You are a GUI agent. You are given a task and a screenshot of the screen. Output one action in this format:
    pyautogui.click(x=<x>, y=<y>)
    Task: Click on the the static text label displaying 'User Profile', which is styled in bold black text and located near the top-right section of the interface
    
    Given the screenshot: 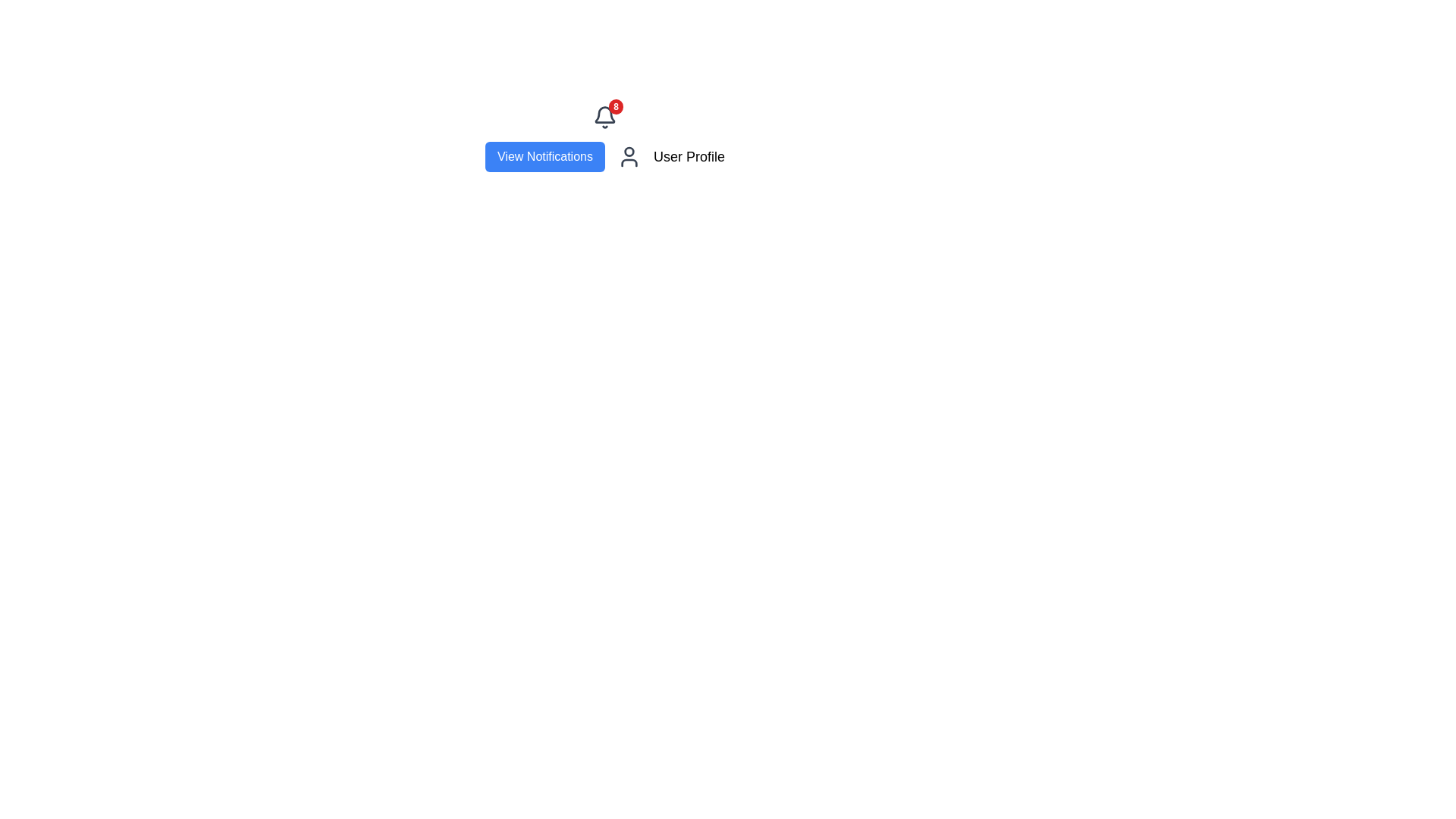 What is the action you would take?
    pyautogui.click(x=688, y=157)
    